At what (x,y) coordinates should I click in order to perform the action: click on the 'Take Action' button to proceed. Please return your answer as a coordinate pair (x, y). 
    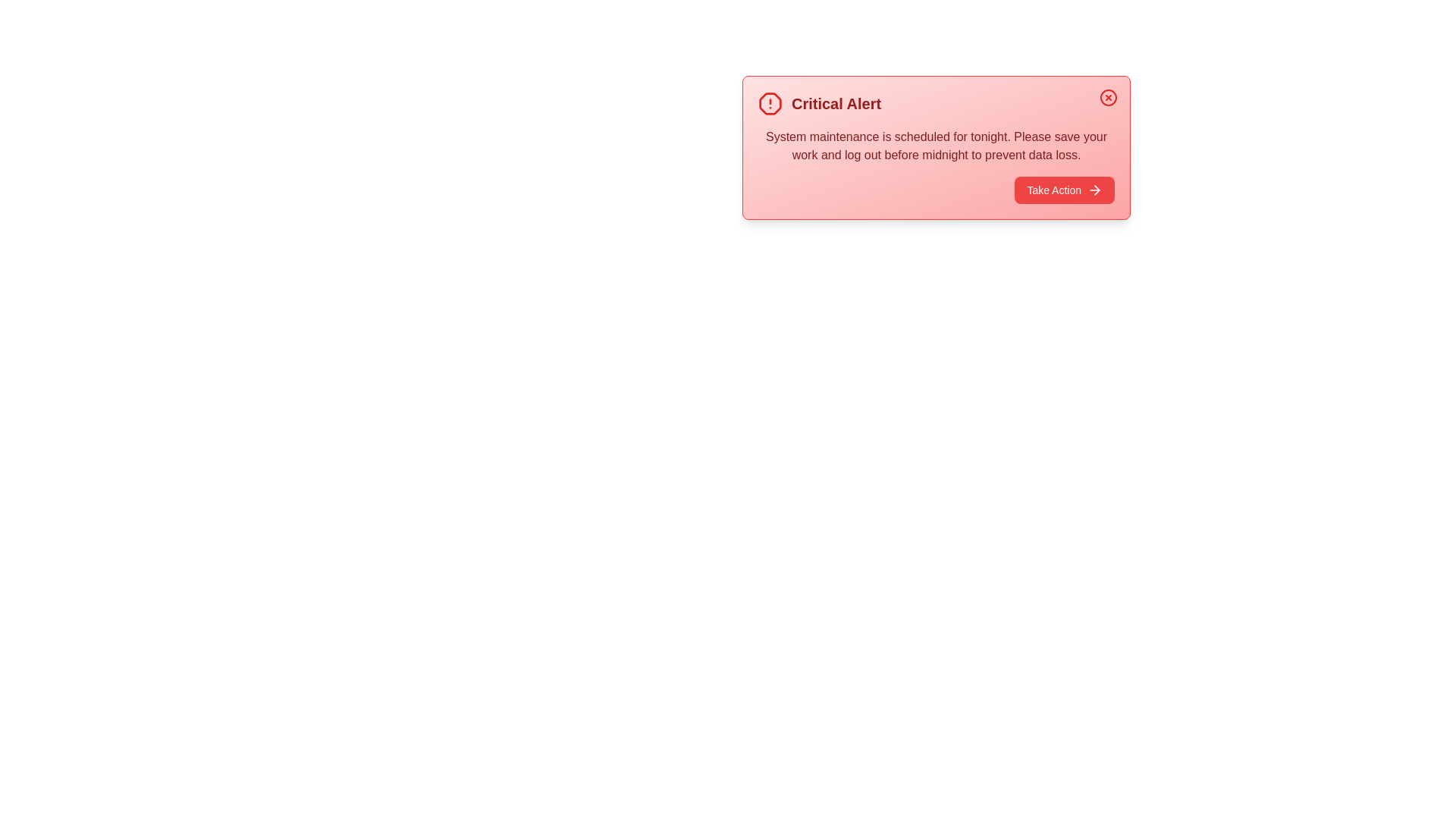
    Looking at the image, I should click on (1063, 189).